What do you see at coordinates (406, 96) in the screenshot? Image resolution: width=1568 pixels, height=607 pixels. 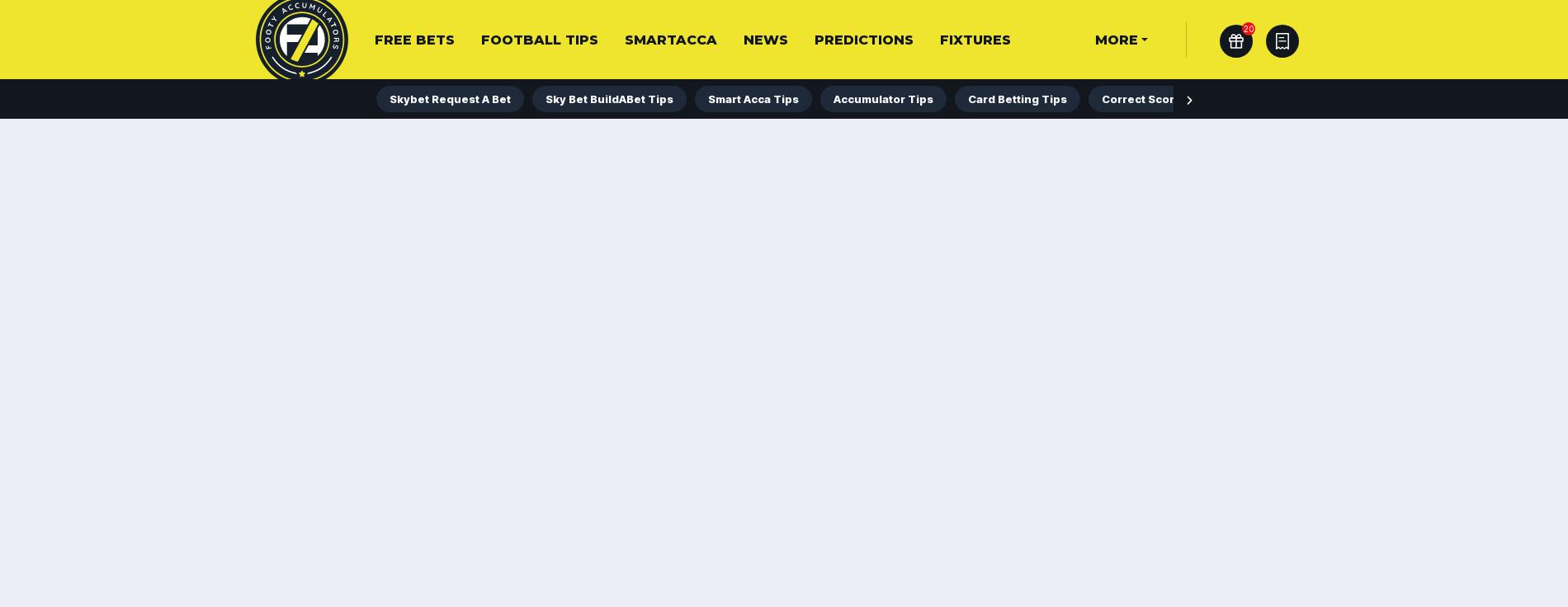 I see `'How To'` at bounding box center [406, 96].